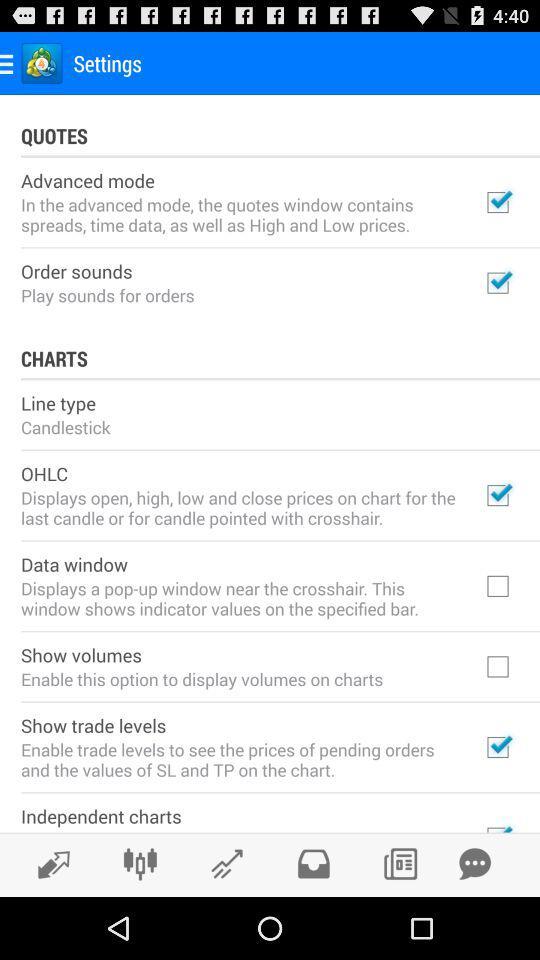 This screenshot has width=540, height=960. What do you see at coordinates (226, 924) in the screenshot?
I see `the edit icon` at bounding box center [226, 924].